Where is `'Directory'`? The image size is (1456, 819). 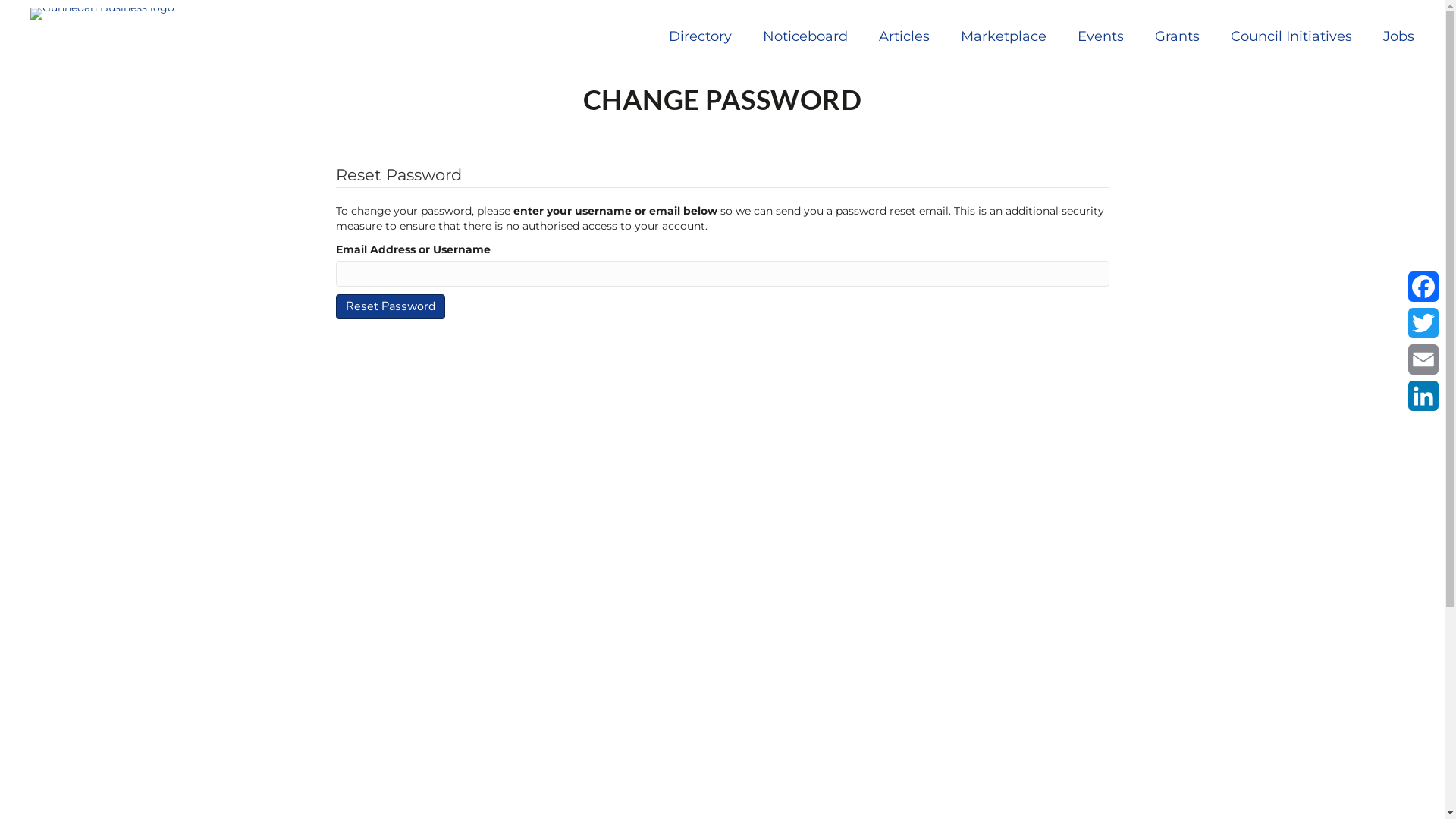
'Directory' is located at coordinates (699, 35).